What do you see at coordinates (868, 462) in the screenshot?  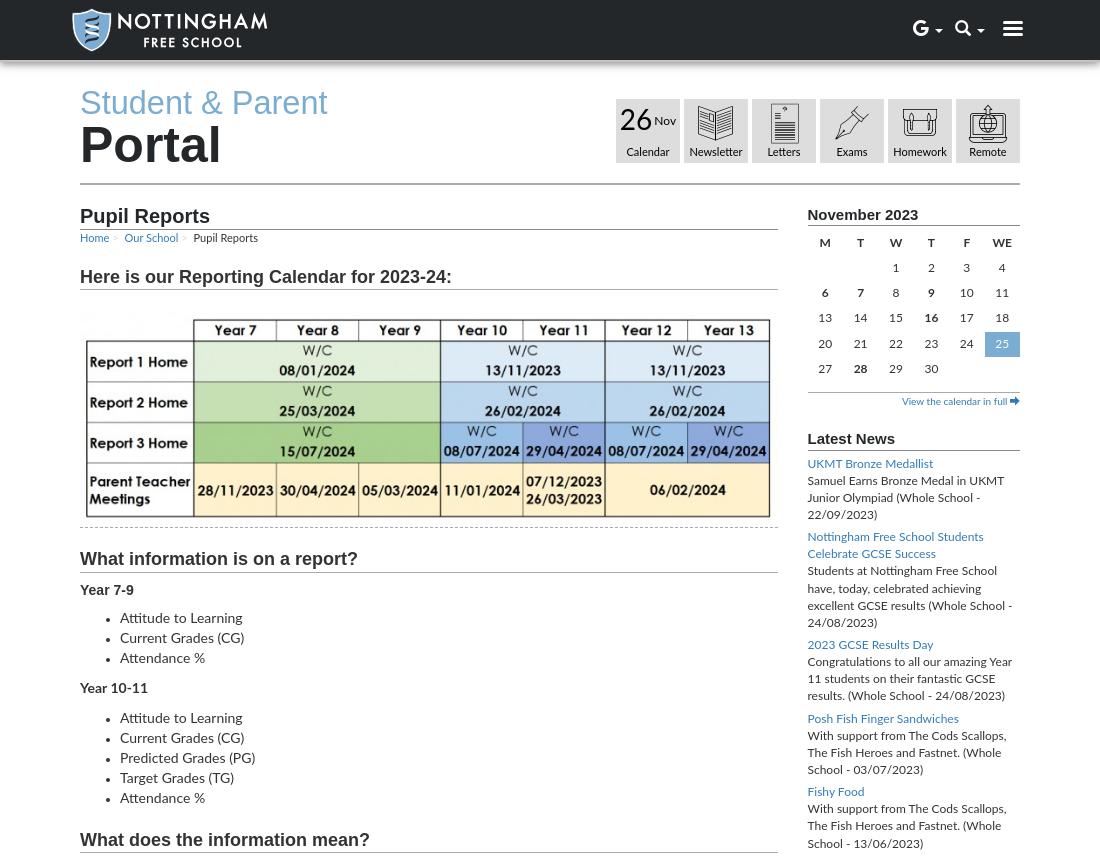 I see `'UKMT Bronze Medallist'` at bounding box center [868, 462].